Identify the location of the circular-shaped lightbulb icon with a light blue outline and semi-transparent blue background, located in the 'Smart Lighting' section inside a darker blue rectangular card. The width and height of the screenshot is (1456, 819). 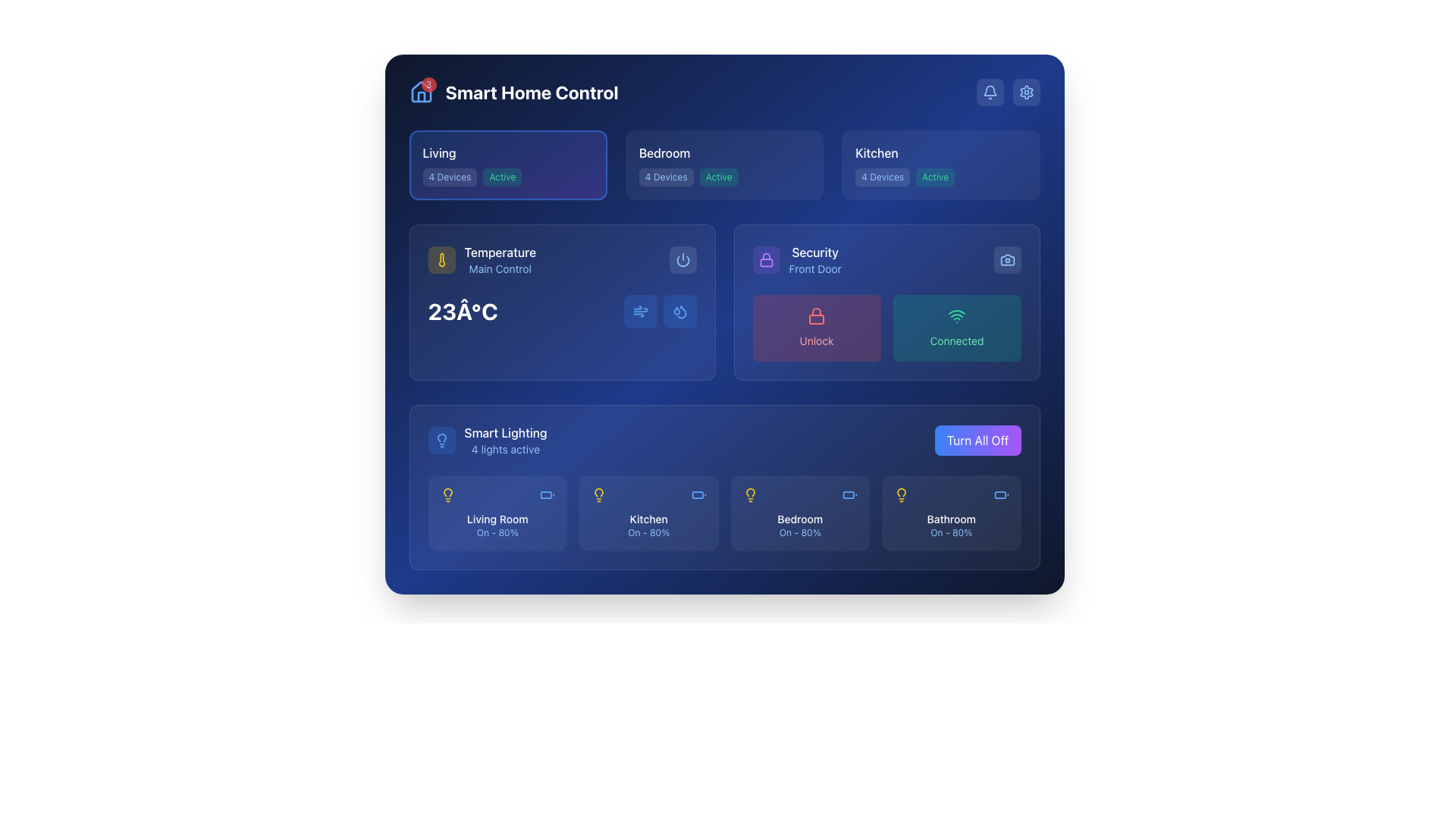
(441, 441).